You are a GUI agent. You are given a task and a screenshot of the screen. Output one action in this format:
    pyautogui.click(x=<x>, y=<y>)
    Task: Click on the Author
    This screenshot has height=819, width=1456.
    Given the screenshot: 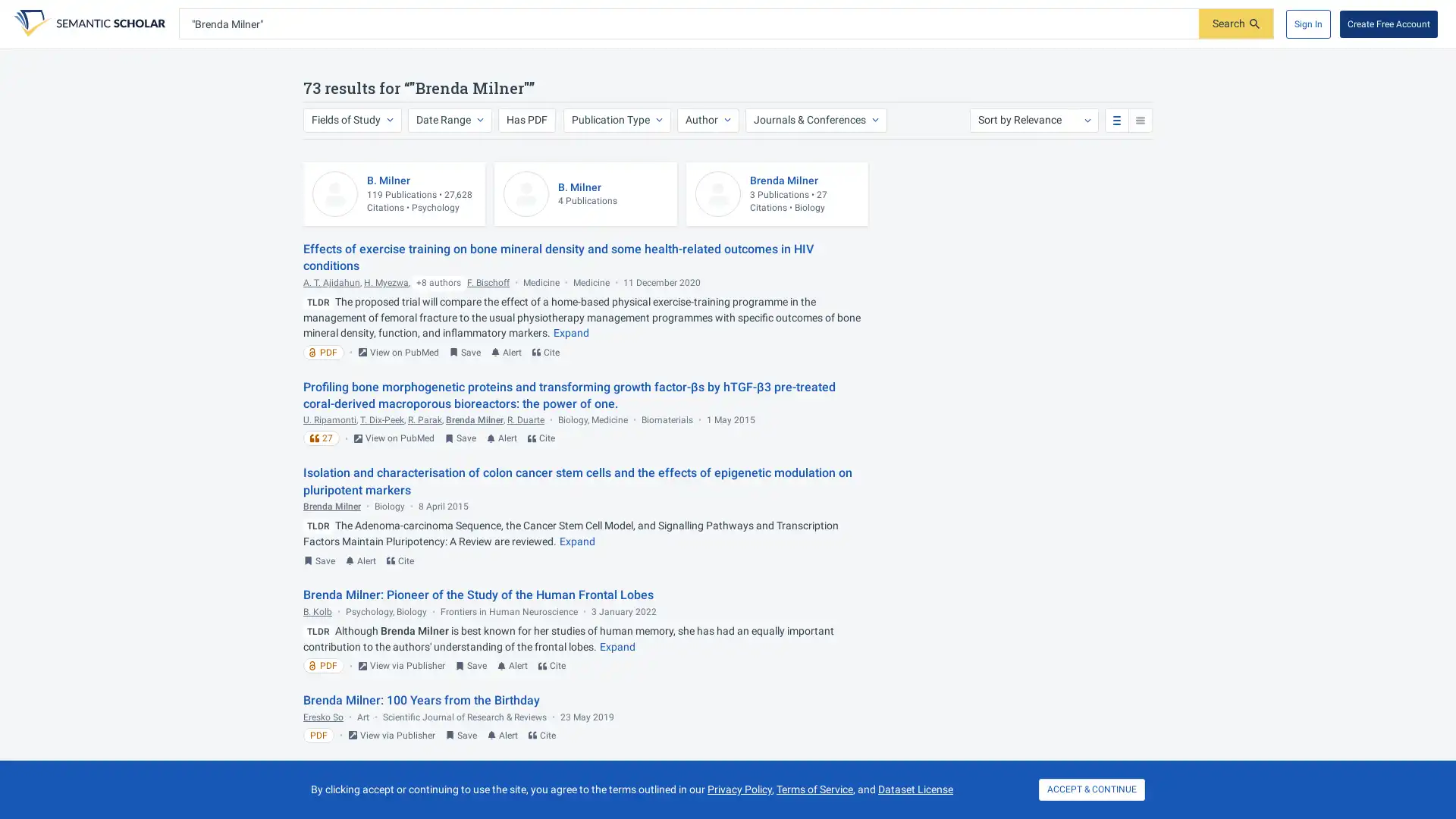 What is the action you would take?
    pyautogui.click(x=706, y=119)
    